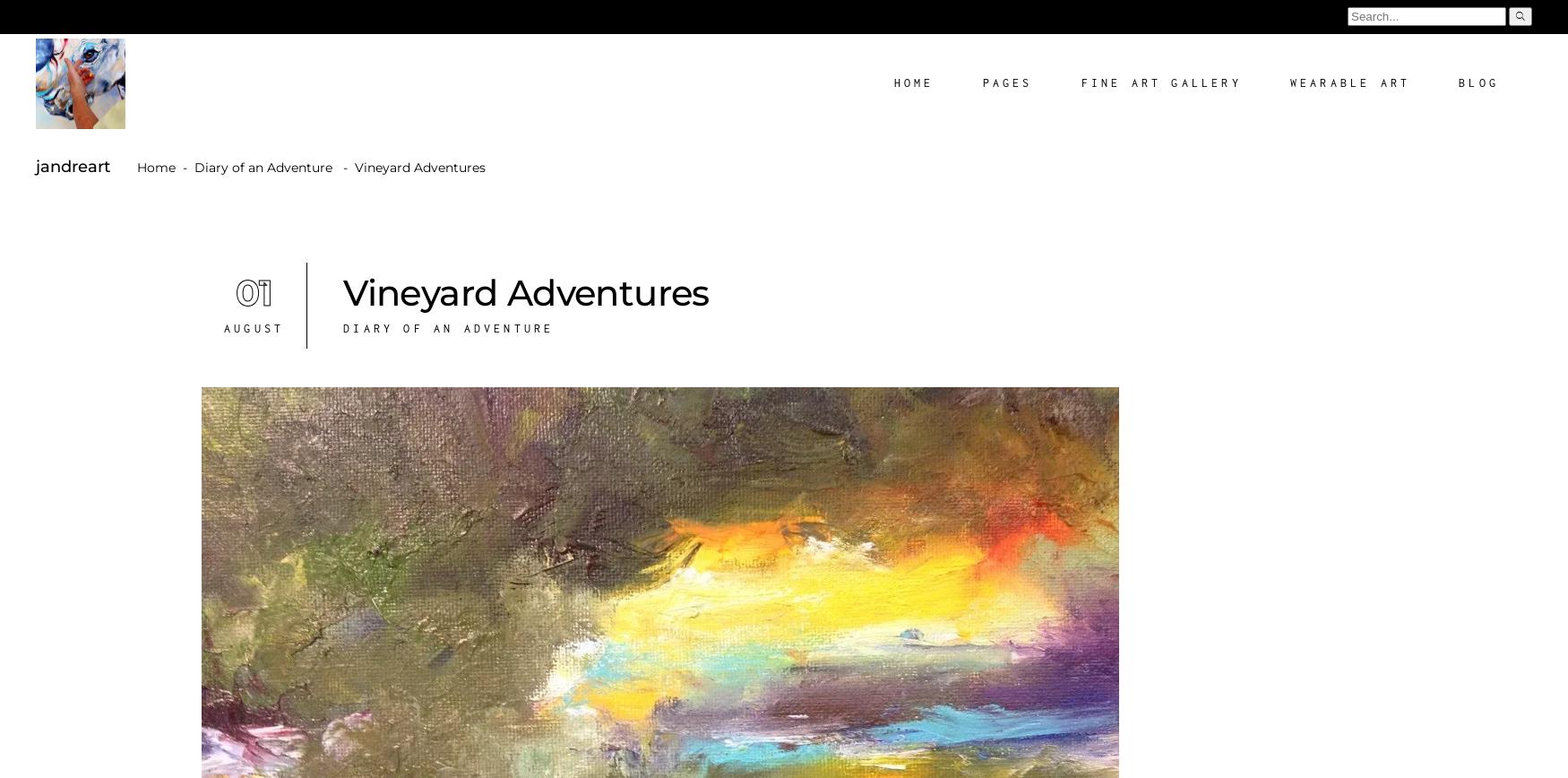 This screenshot has width=1568, height=778. What do you see at coordinates (1080, 82) in the screenshot?
I see `'Fine Art Gallery'` at bounding box center [1080, 82].